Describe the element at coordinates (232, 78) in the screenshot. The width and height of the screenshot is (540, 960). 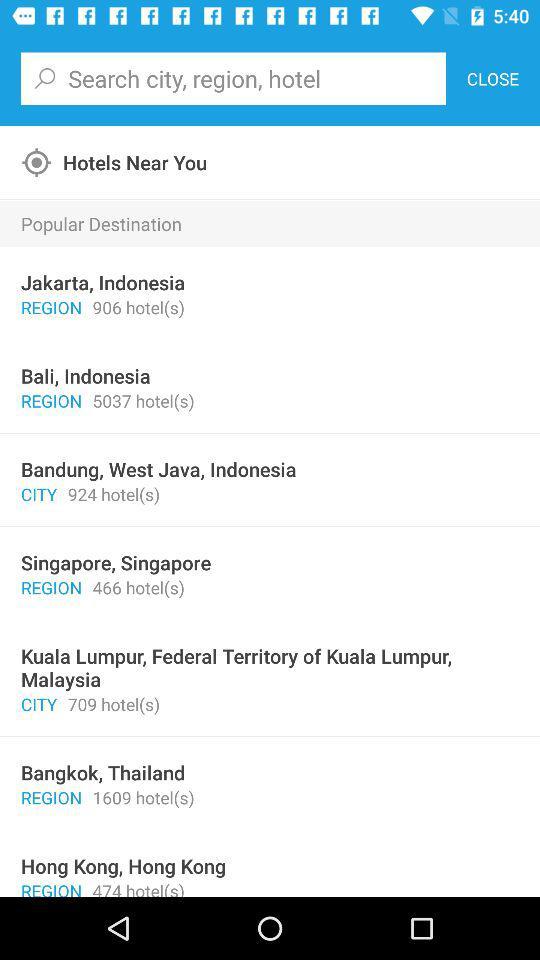
I see `search field` at that location.